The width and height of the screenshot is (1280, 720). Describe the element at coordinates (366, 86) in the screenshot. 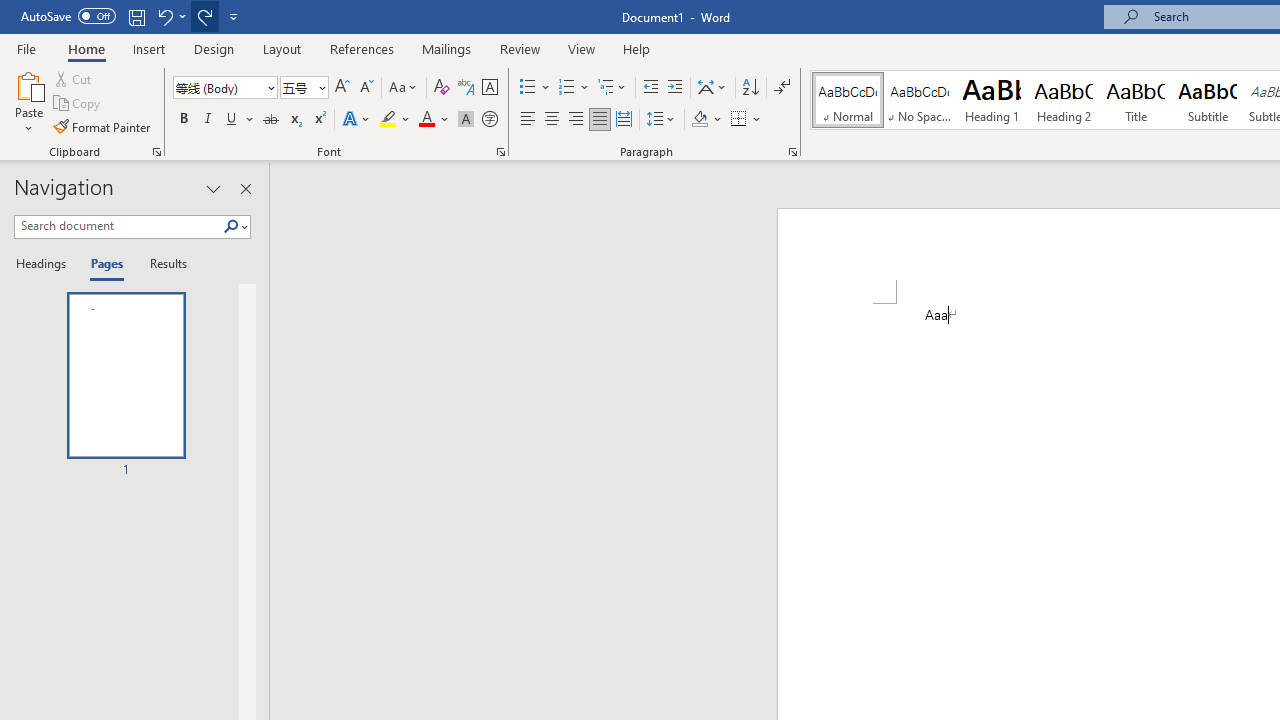

I see `'Shrink Font'` at that location.